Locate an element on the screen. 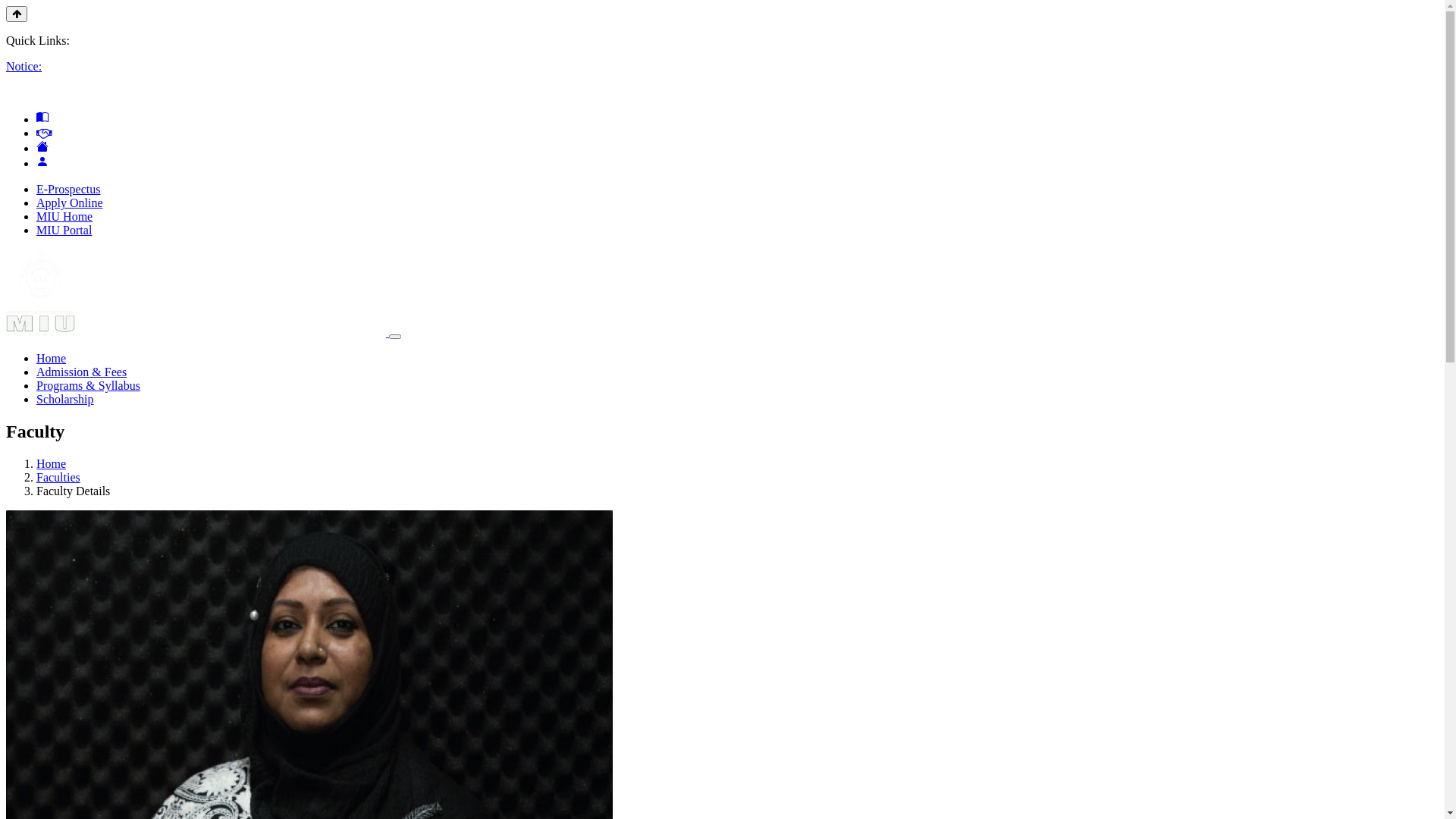  'Admission & Fees' is located at coordinates (80, 372).